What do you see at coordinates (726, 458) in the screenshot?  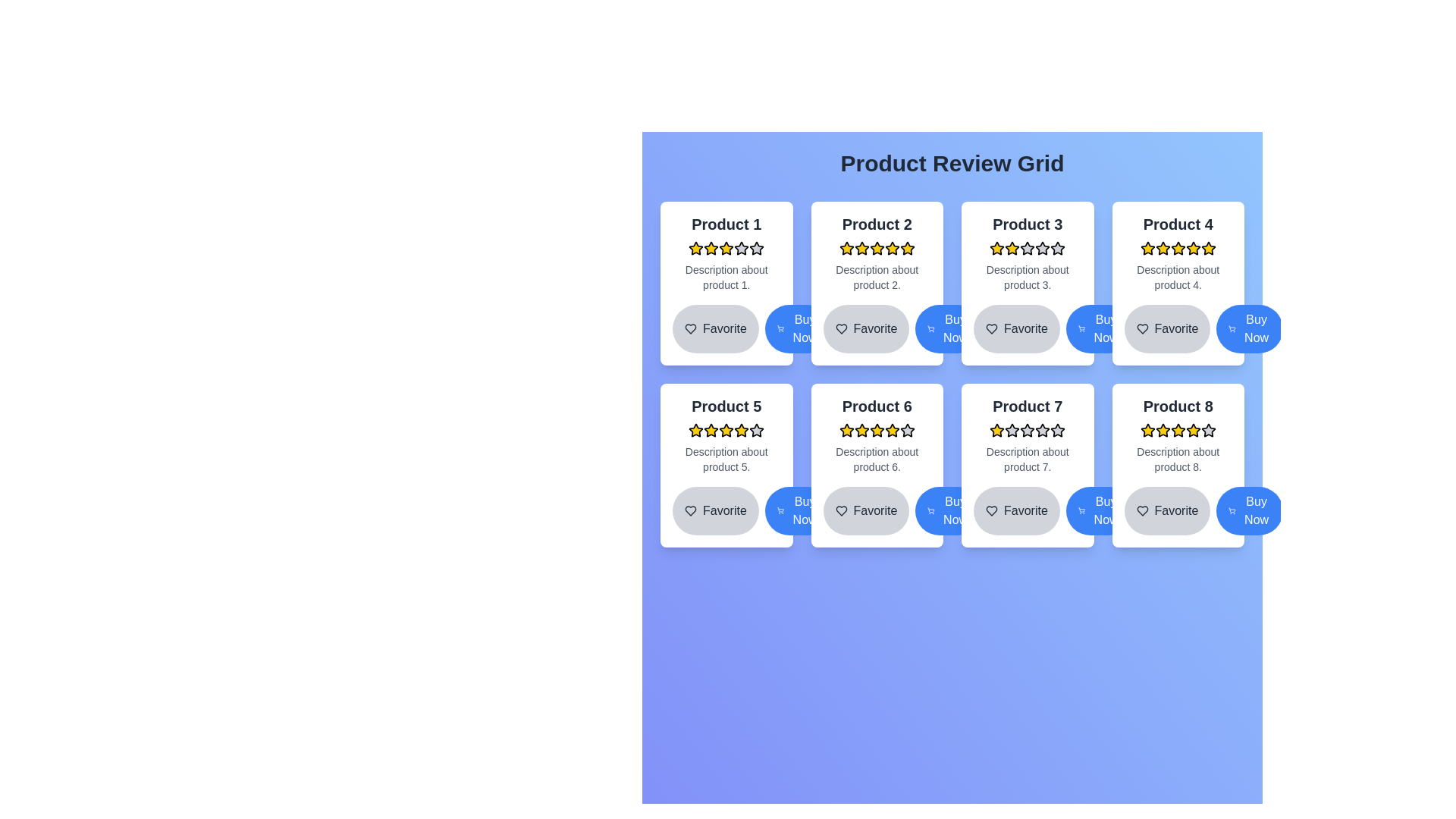 I see `the description text label for 'Product 5', which provides additional information about the product and is centrally aligned under its title` at bounding box center [726, 458].